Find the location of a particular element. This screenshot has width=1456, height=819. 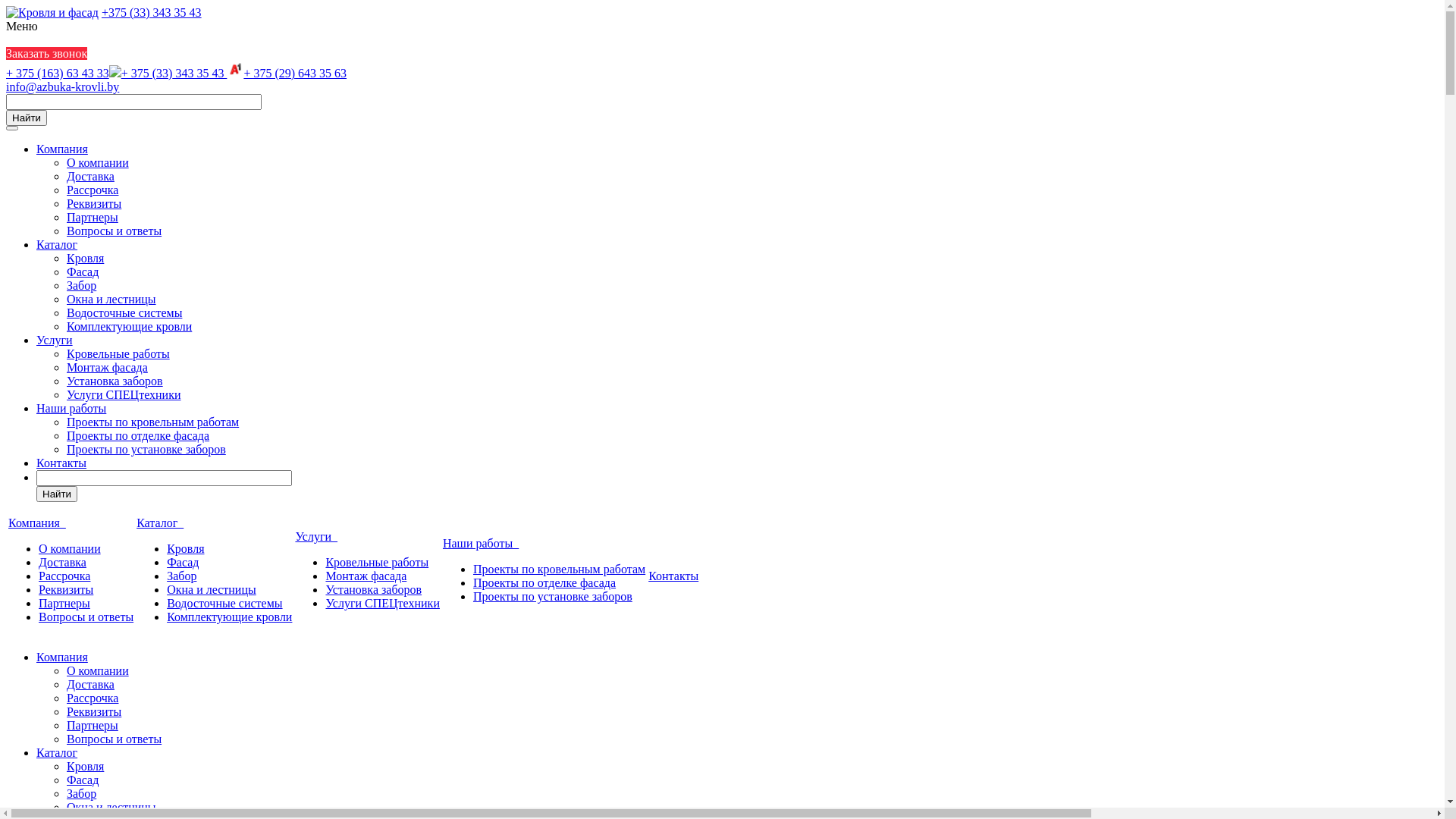

'info@azbuka-krovli.by' is located at coordinates (61, 86).